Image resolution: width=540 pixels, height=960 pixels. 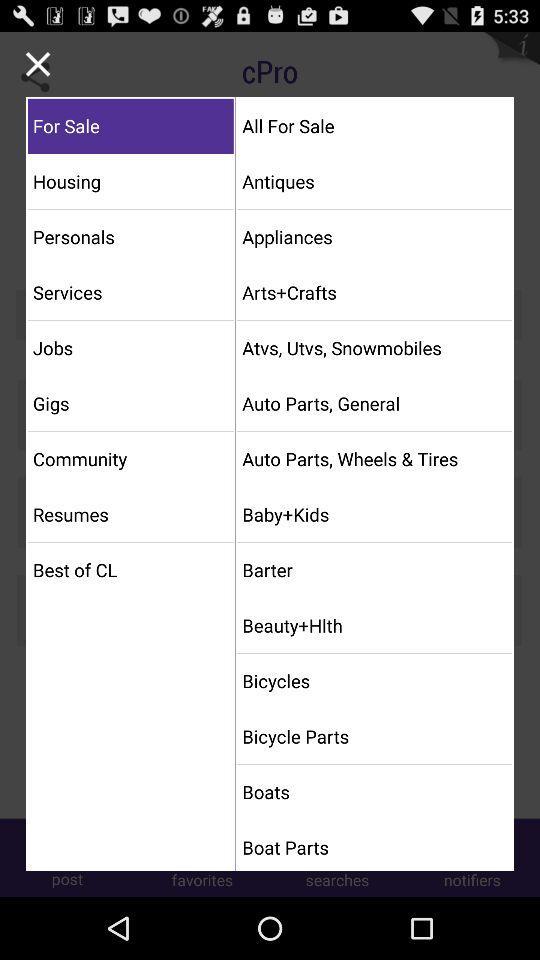 What do you see at coordinates (130, 291) in the screenshot?
I see `services app` at bounding box center [130, 291].